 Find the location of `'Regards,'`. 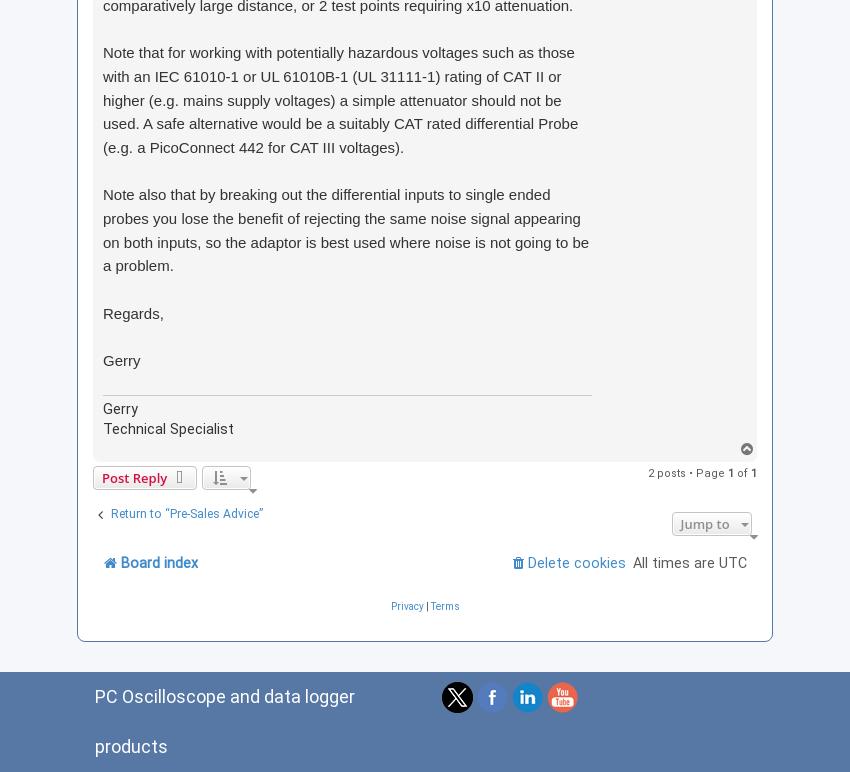

'Regards,' is located at coordinates (102, 311).